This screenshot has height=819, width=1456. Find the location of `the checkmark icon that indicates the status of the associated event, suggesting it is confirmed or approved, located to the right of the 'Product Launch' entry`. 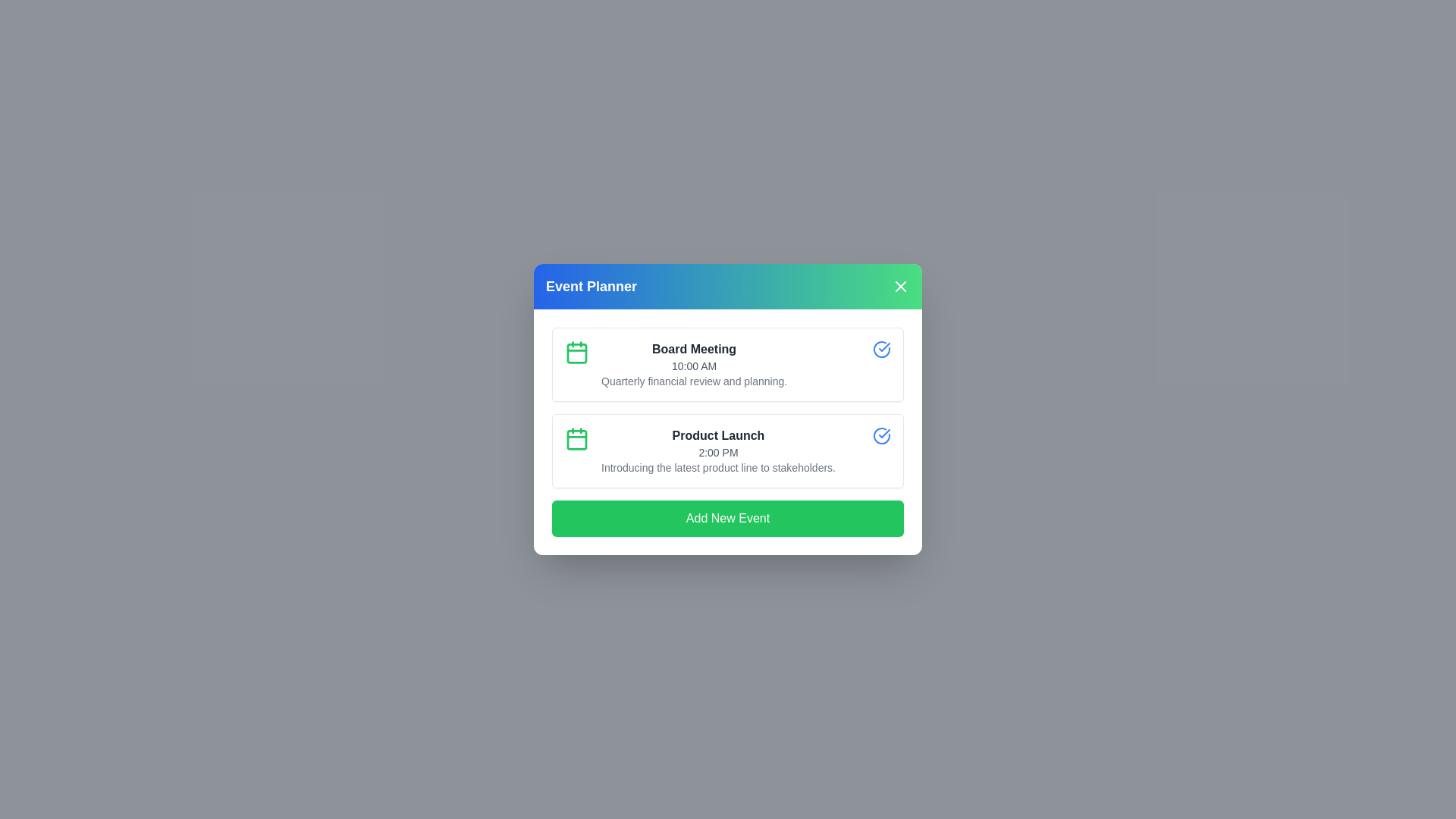

the checkmark icon that indicates the status of the associated event, suggesting it is confirmed or approved, located to the right of the 'Product Launch' entry is located at coordinates (884, 347).